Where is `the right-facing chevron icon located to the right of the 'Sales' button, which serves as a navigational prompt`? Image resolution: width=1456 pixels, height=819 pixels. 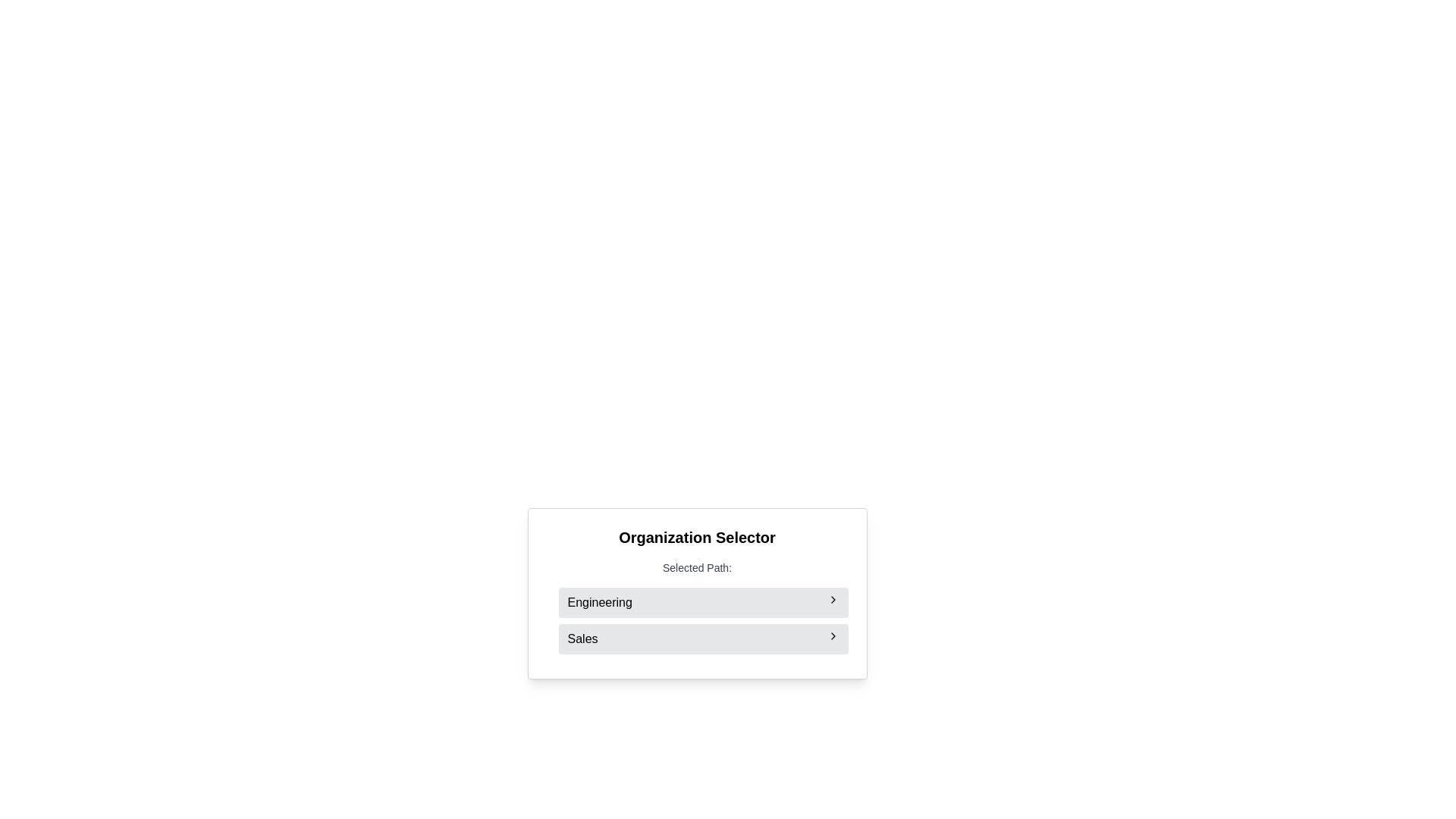
the right-facing chevron icon located to the right of the 'Sales' button, which serves as a navigational prompt is located at coordinates (832, 636).